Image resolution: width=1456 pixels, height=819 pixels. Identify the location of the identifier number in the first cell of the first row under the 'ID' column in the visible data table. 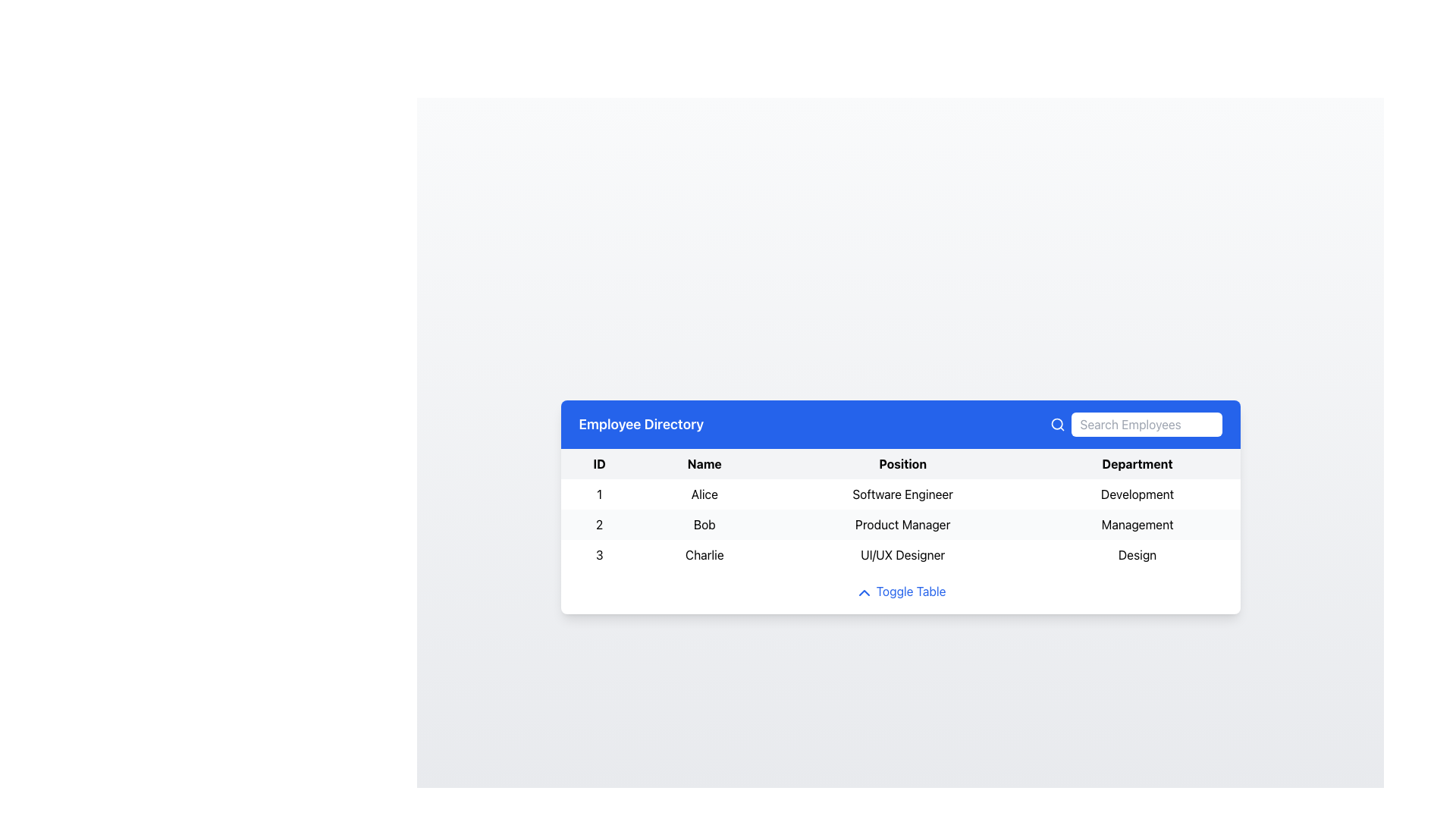
(598, 494).